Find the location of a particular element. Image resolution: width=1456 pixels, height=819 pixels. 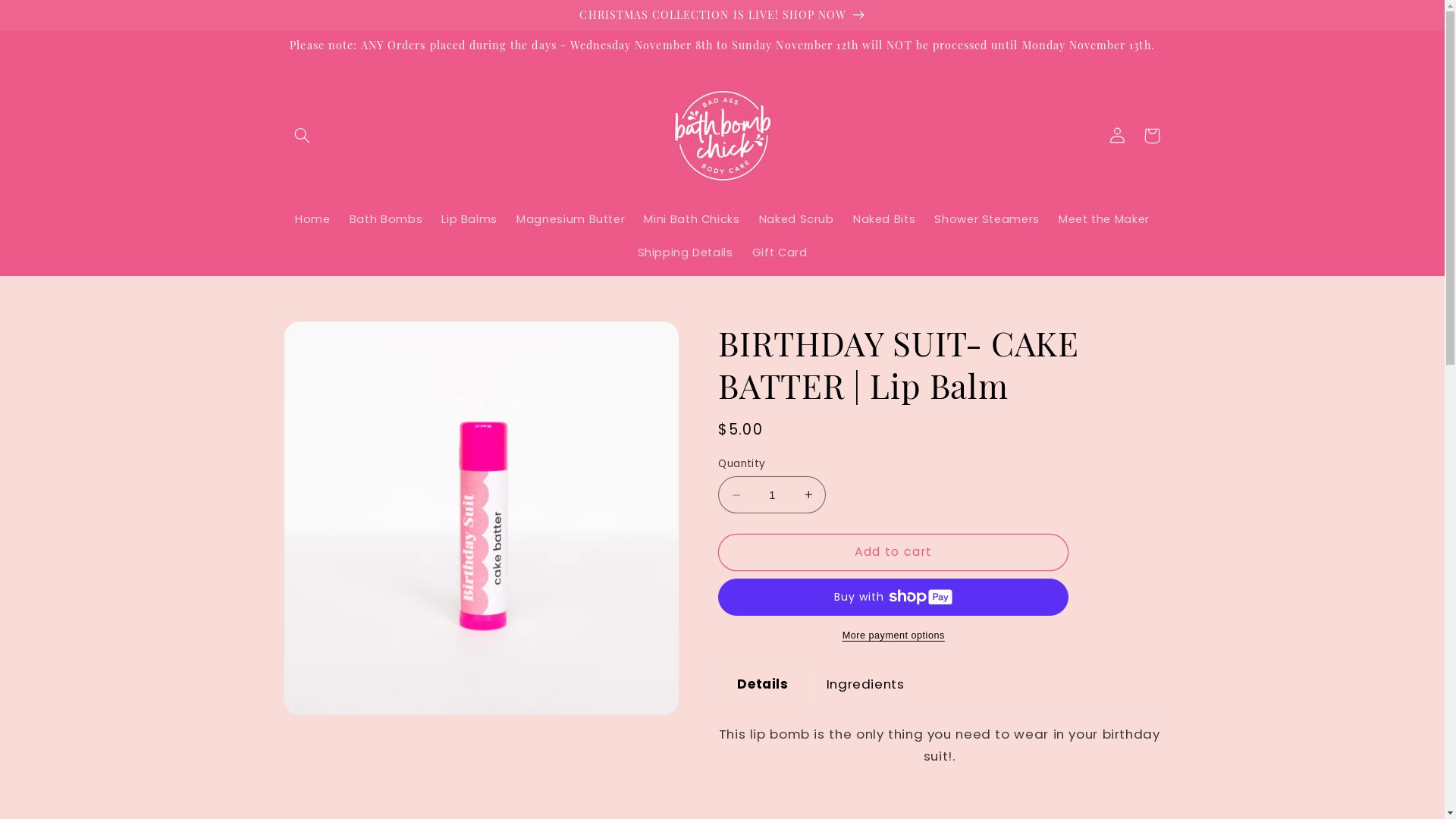

'Increase quantity for BIRTHDAY SUIT- CAKE BATTER | Lip Balm' is located at coordinates (789, 494).